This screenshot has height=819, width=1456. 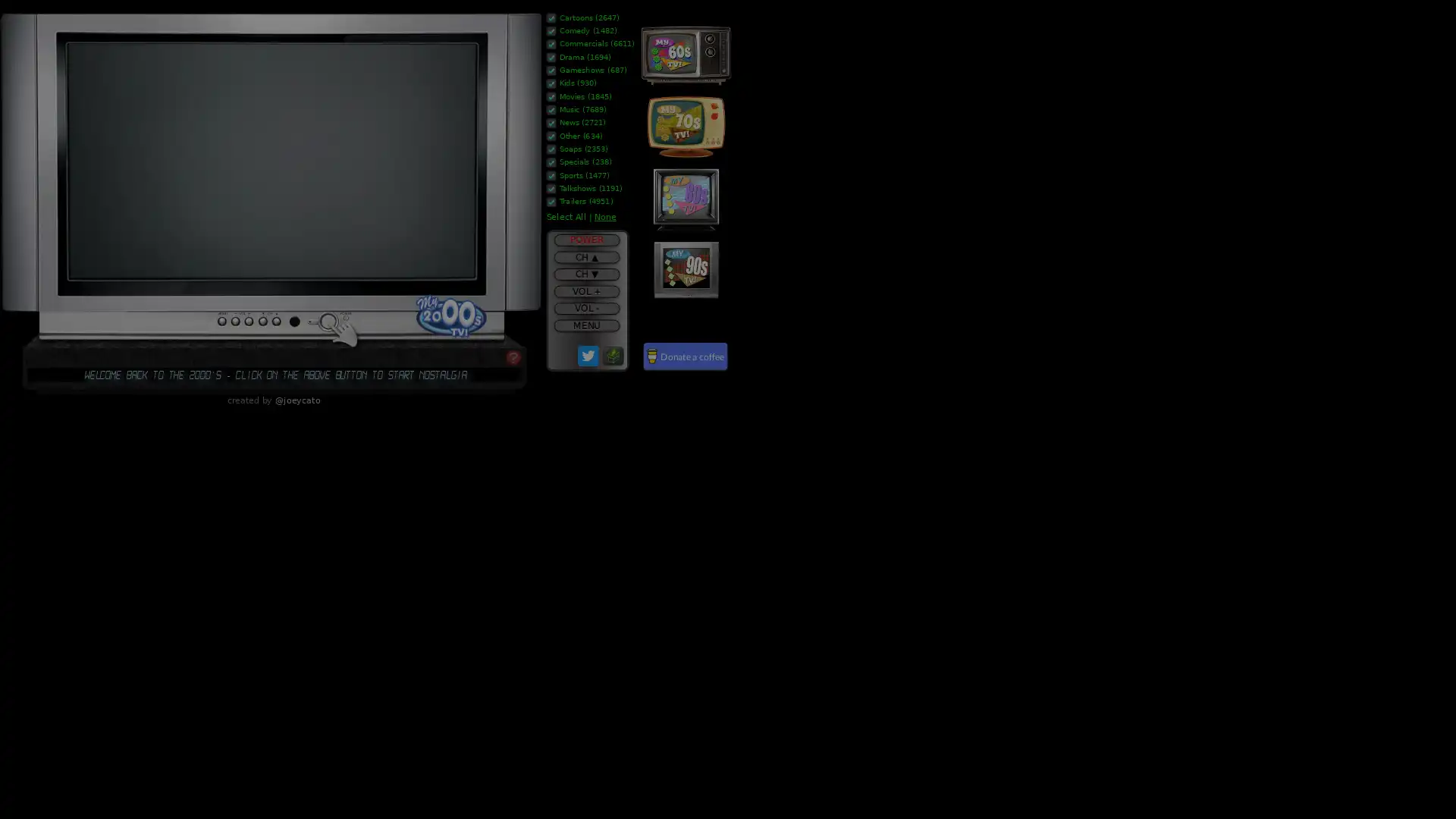 What do you see at coordinates (585, 307) in the screenshot?
I see `VOL -` at bounding box center [585, 307].